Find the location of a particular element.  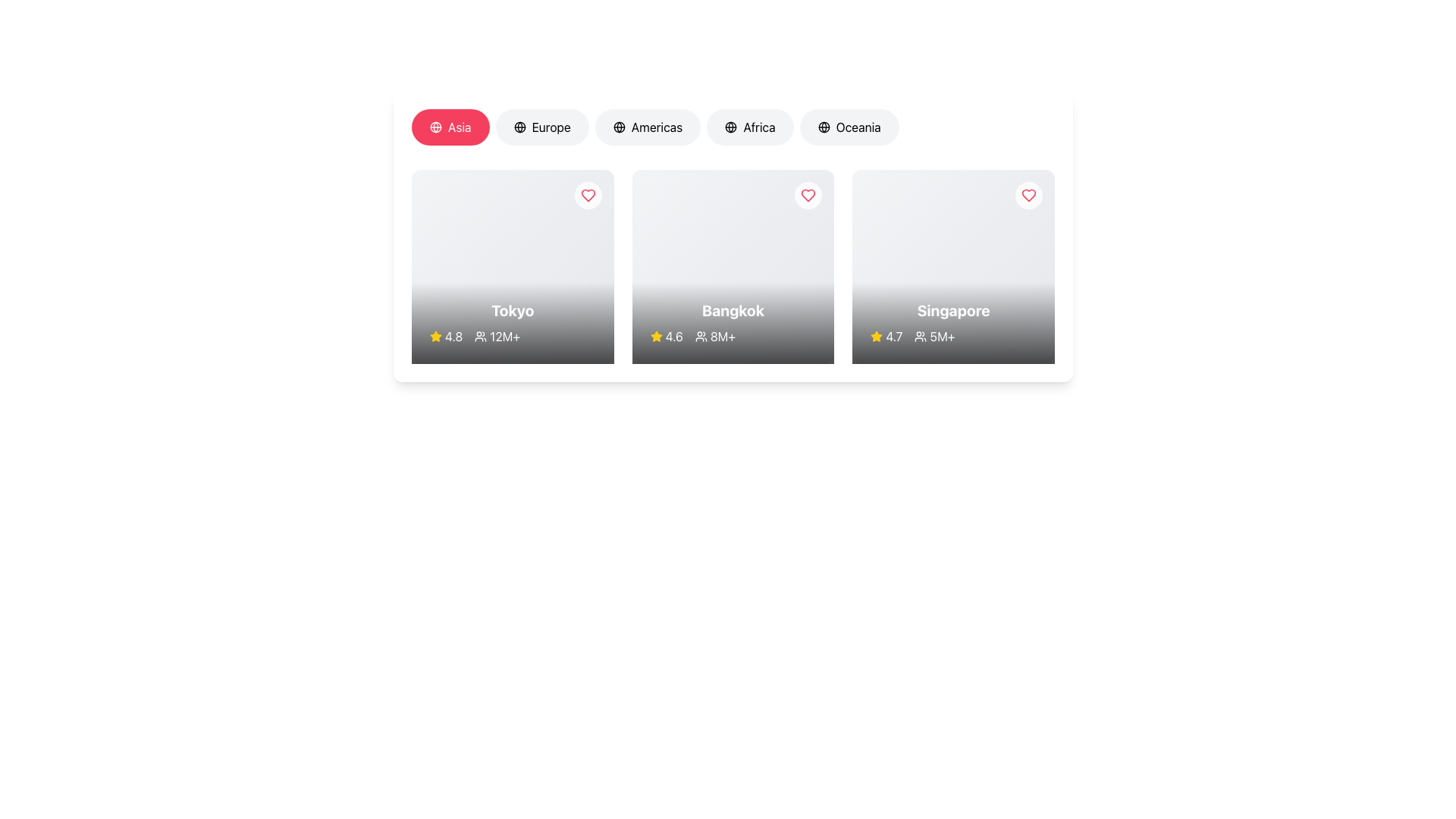

the Information card displaying details about Singapore, which features bold text 'Singapore' and a red heart icon is located at coordinates (952, 265).